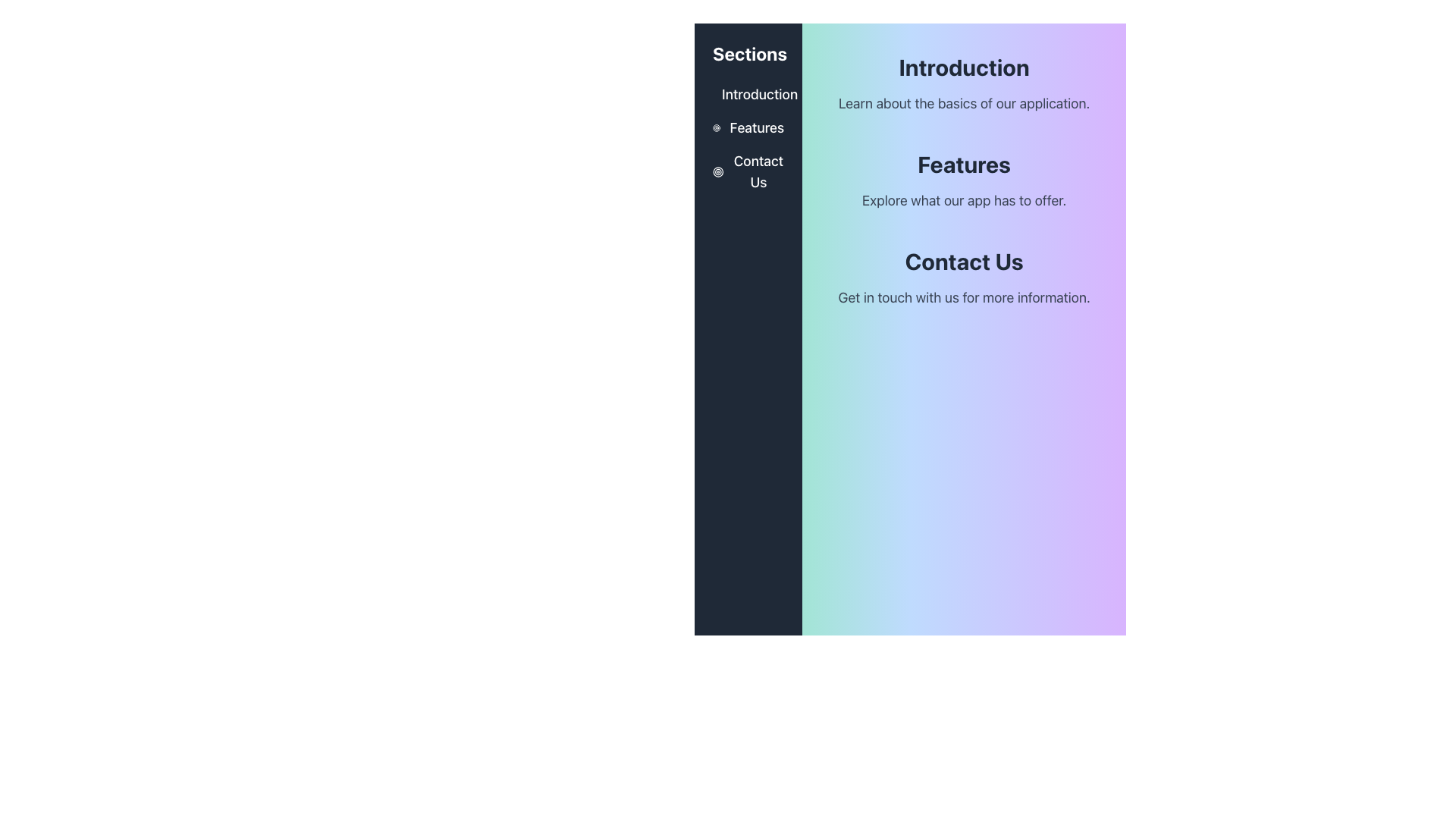 The image size is (1456, 819). What do you see at coordinates (963, 164) in the screenshot?
I see `the prominent text component displaying the word 'Features', which is located centrally below the title 'Introduction' and above the description 'Explore what our app has to offer'` at bounding box center [963, 164].